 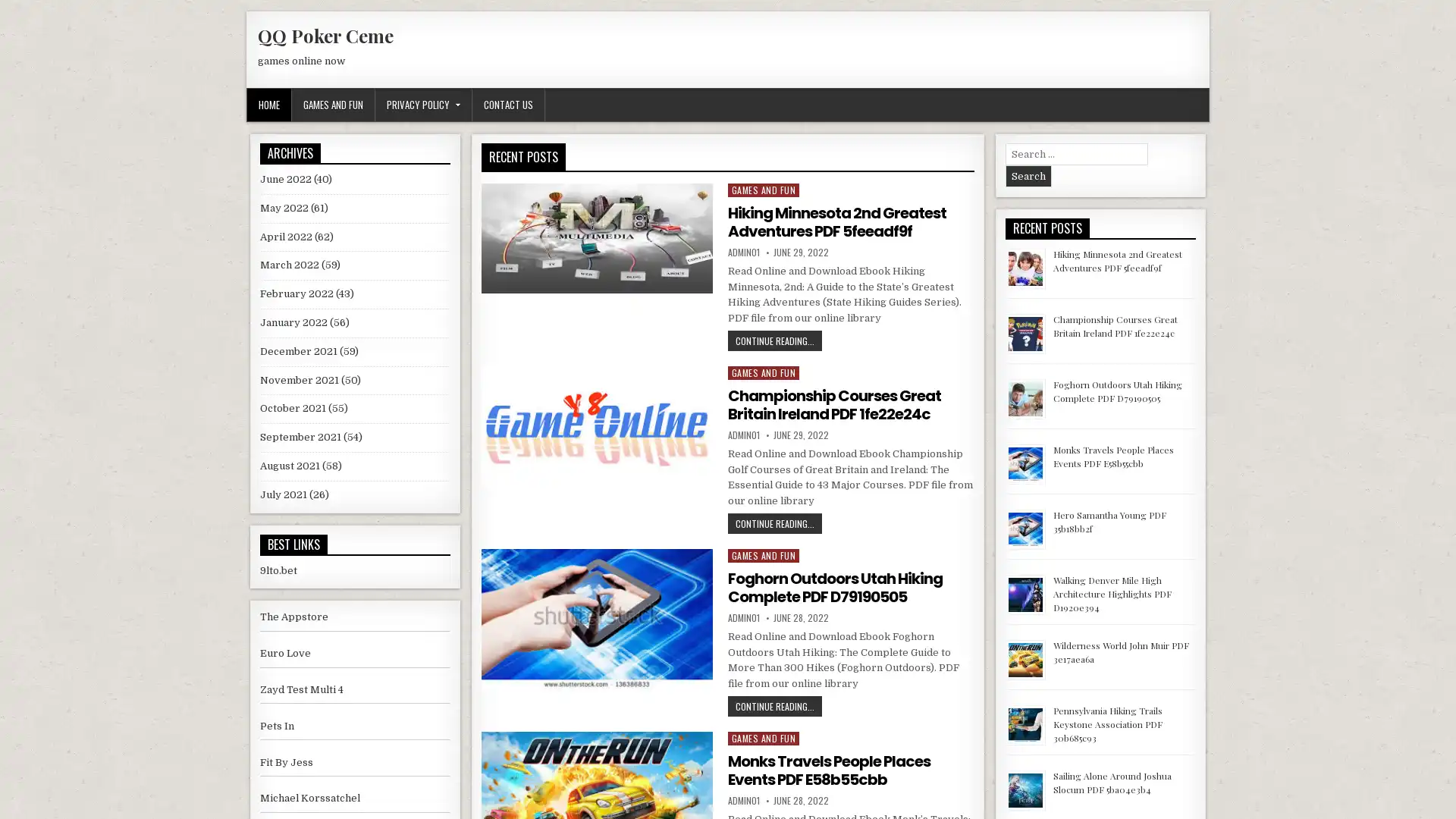 What do you see at coordinates (1028, 175) in the screenshot?
I see `Search` at bounding box center [1028, 175].